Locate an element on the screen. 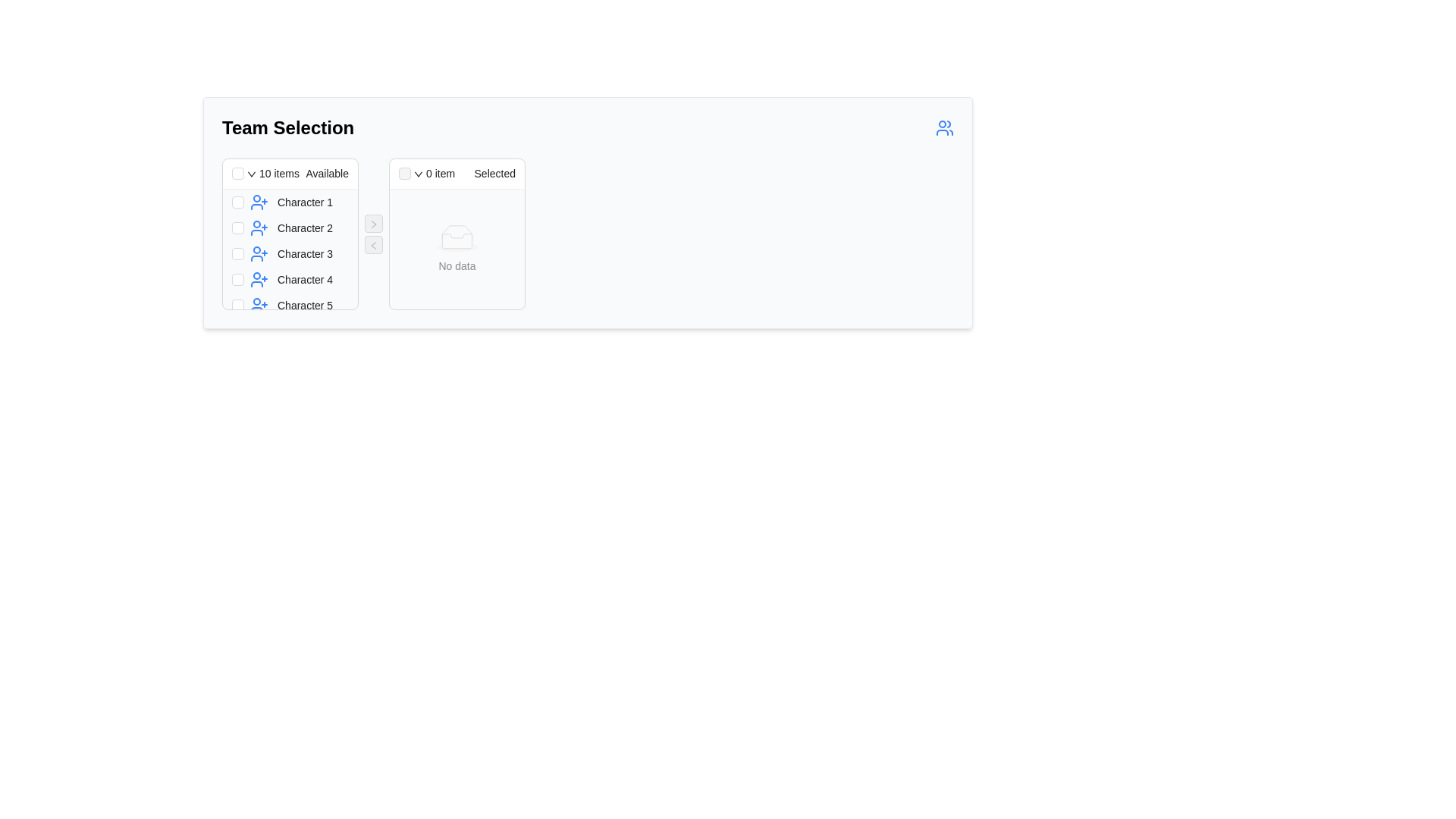 The height and width of the screenshot is (819, 1456). the 'Available' text label located in the header section of the left panel, positioned to the right of the '10 items' label is located at coordinates (325, 172).